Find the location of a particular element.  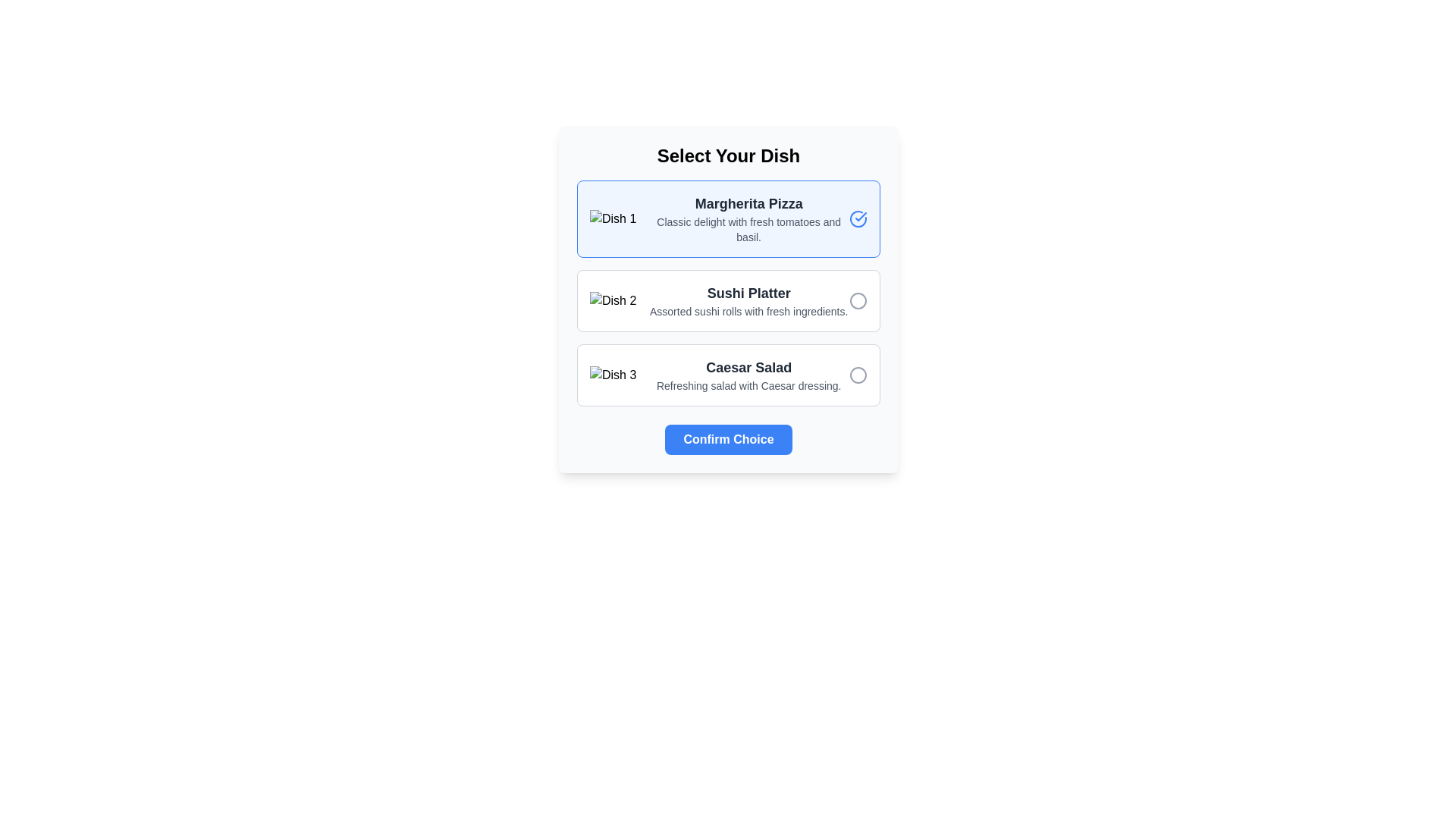

the circle graphical element that indicates the selection status of the 'Caesar Salad' option, positioned to the right of the text is located at coordinates (858, 375).